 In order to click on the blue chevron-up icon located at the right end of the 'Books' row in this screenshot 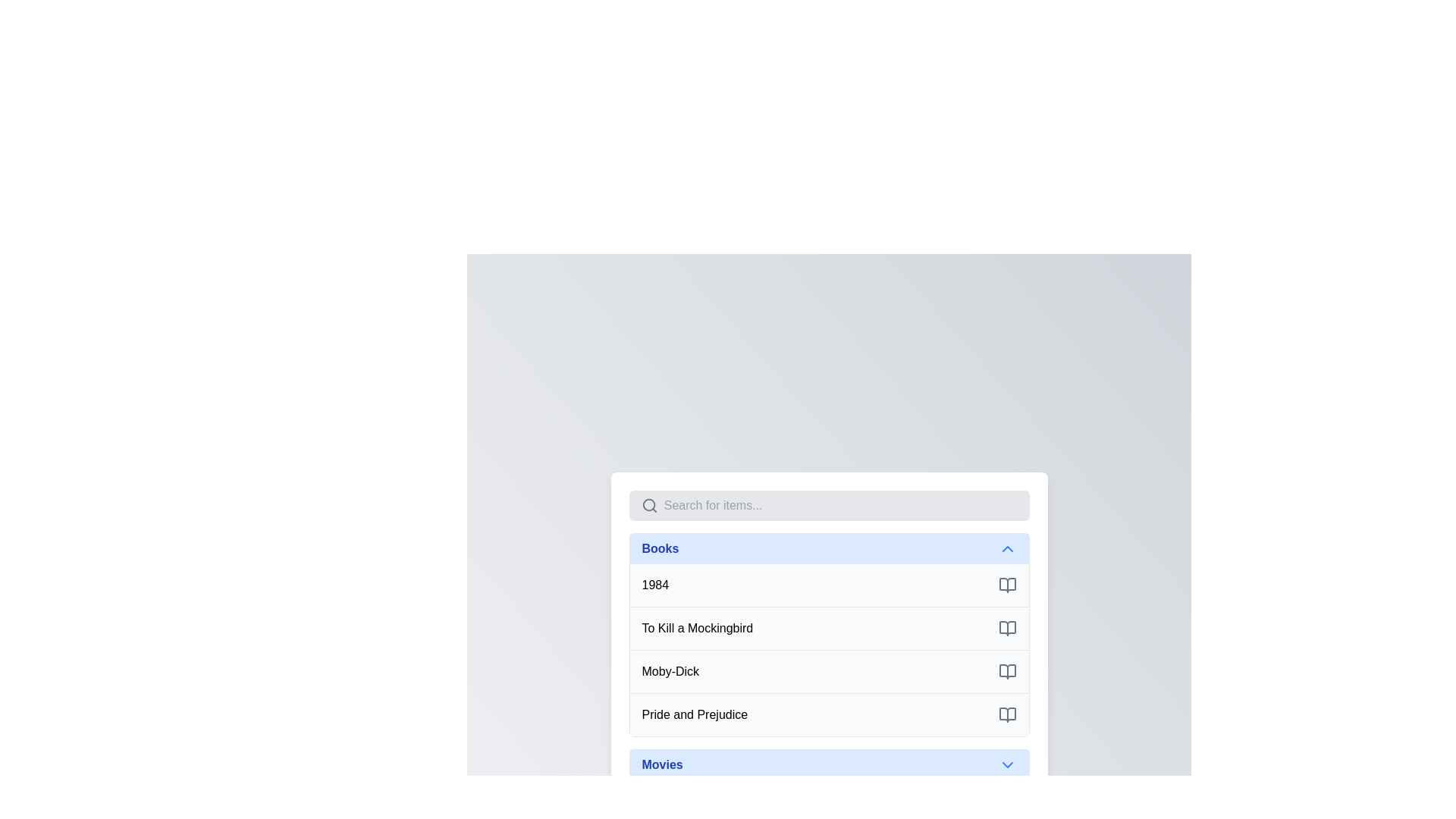, I will do `click(1007, 548)`.